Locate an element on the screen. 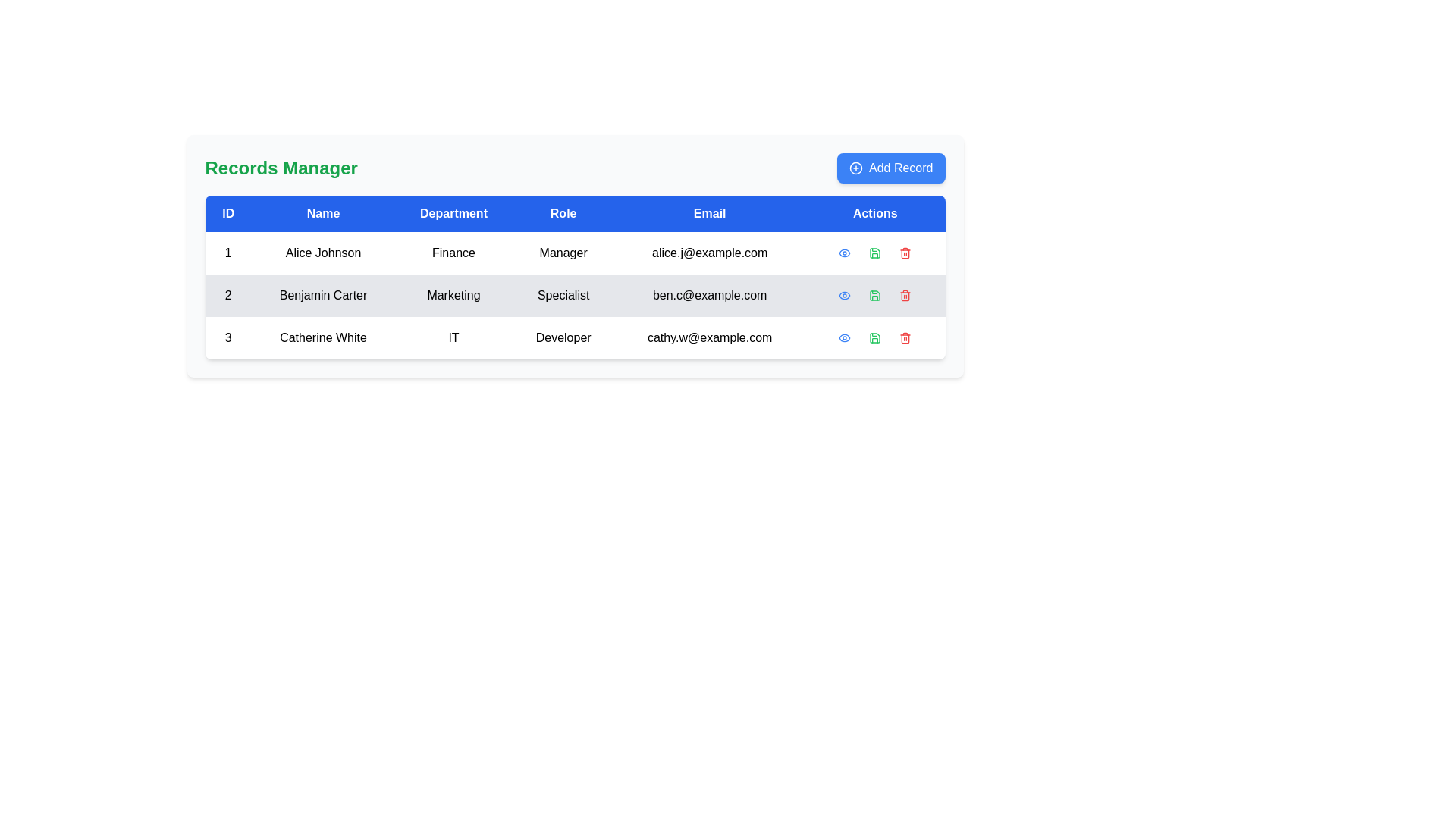  the save icon resembling a floppy disk, which is part of the action button row in the column for actions related to Benjamin Carter is located at coordinates (875, 253).